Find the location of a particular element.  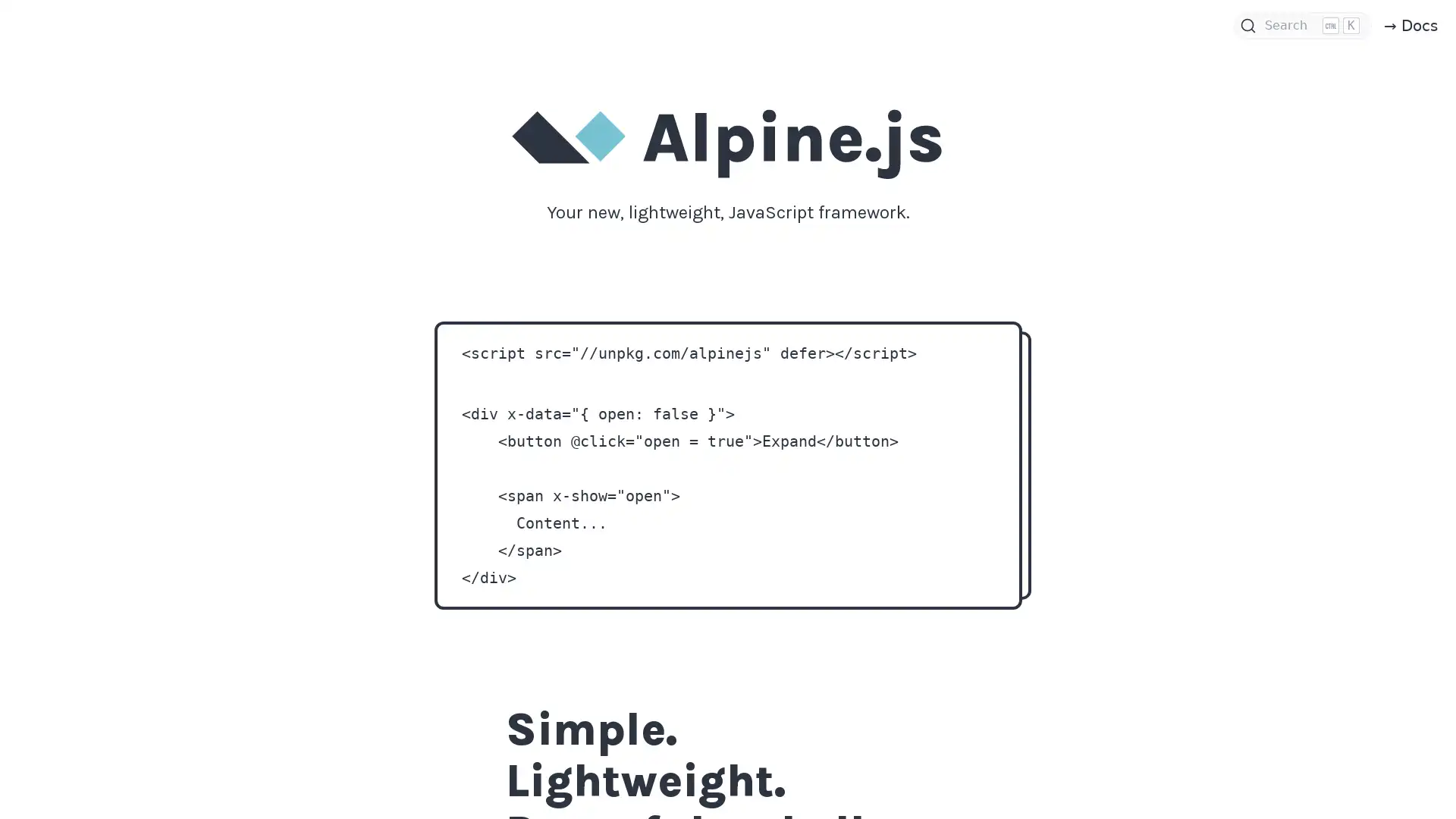

Search is located at coordinates (1302, 26).